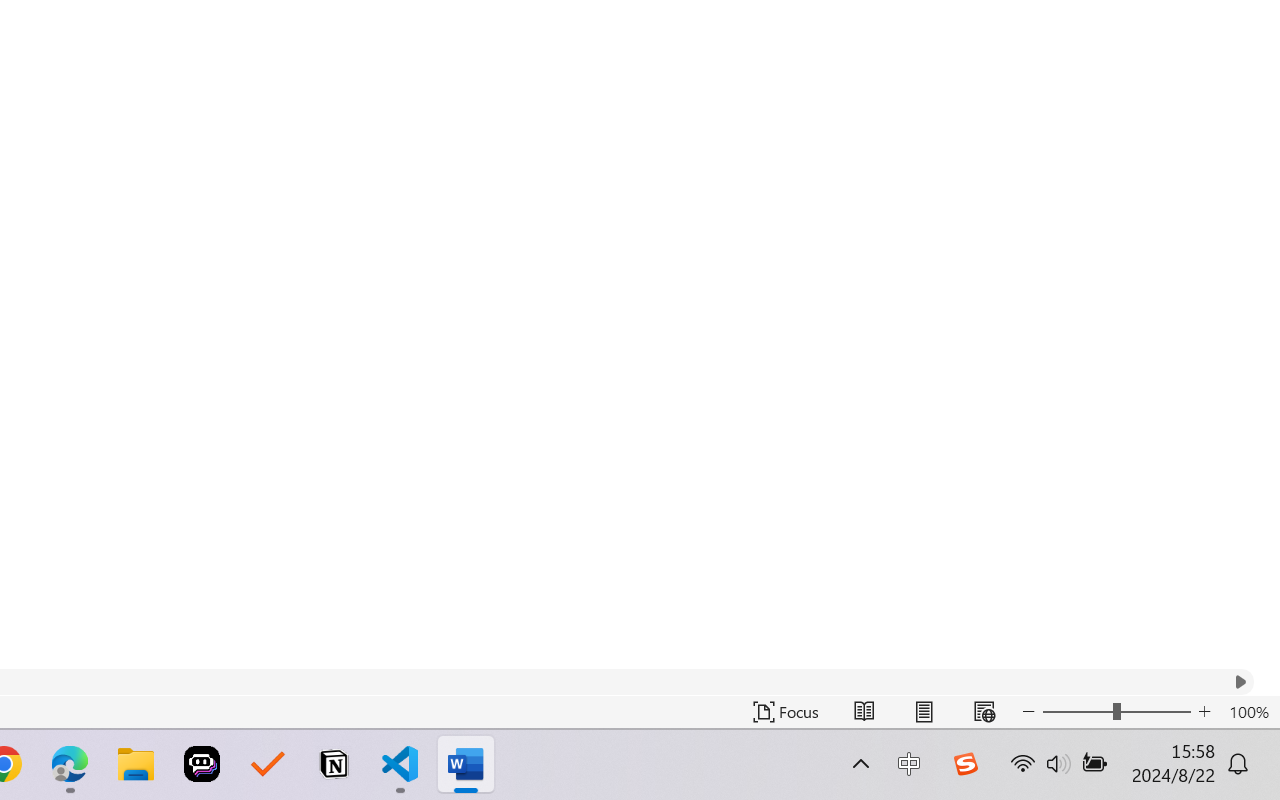 Image resolution: width=1280 pixels, height=800 pixels. Describe the element at coordinates (1239, 682) in the screenshot. I see `'Column right'` at that location.